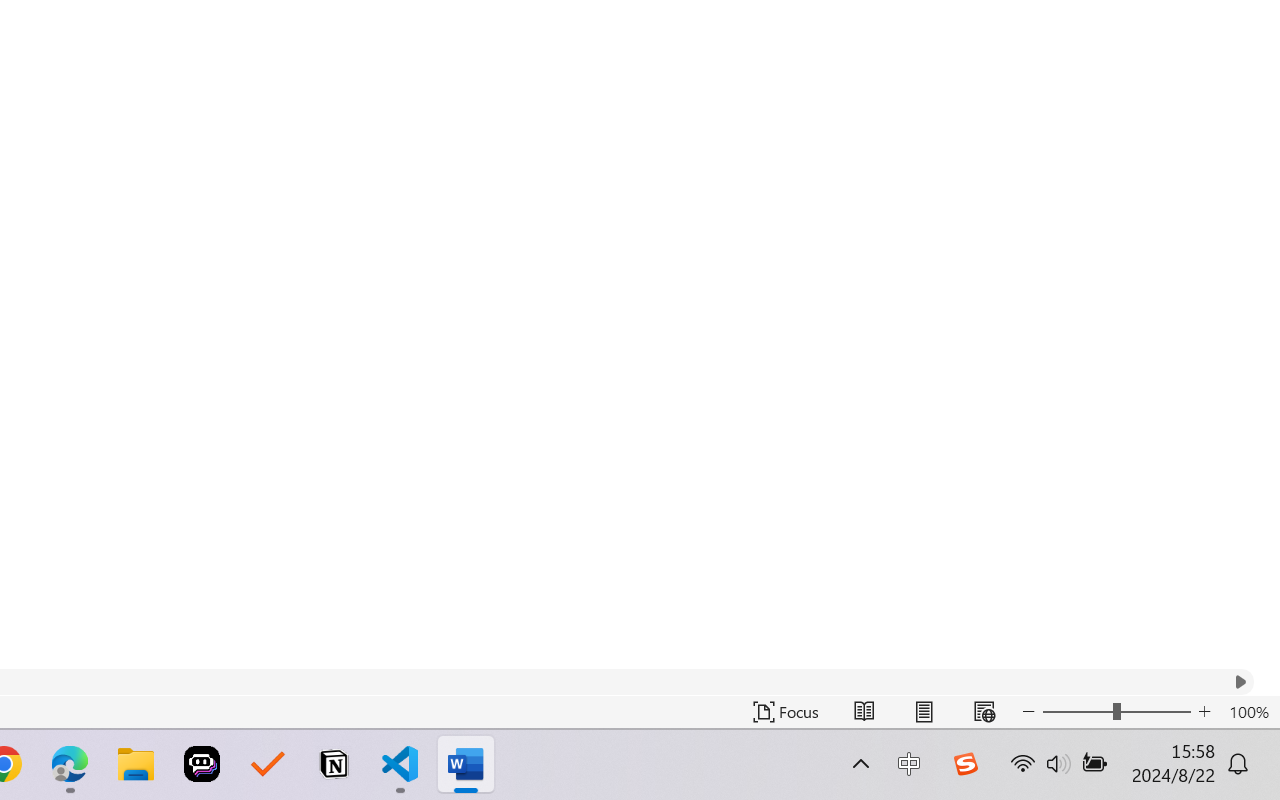 Image resolution: width=1280 pixels, height=800 pixels. Describe the element at coordinates (1239, 682) in the screenshot. I see `'Column right'` at that location.